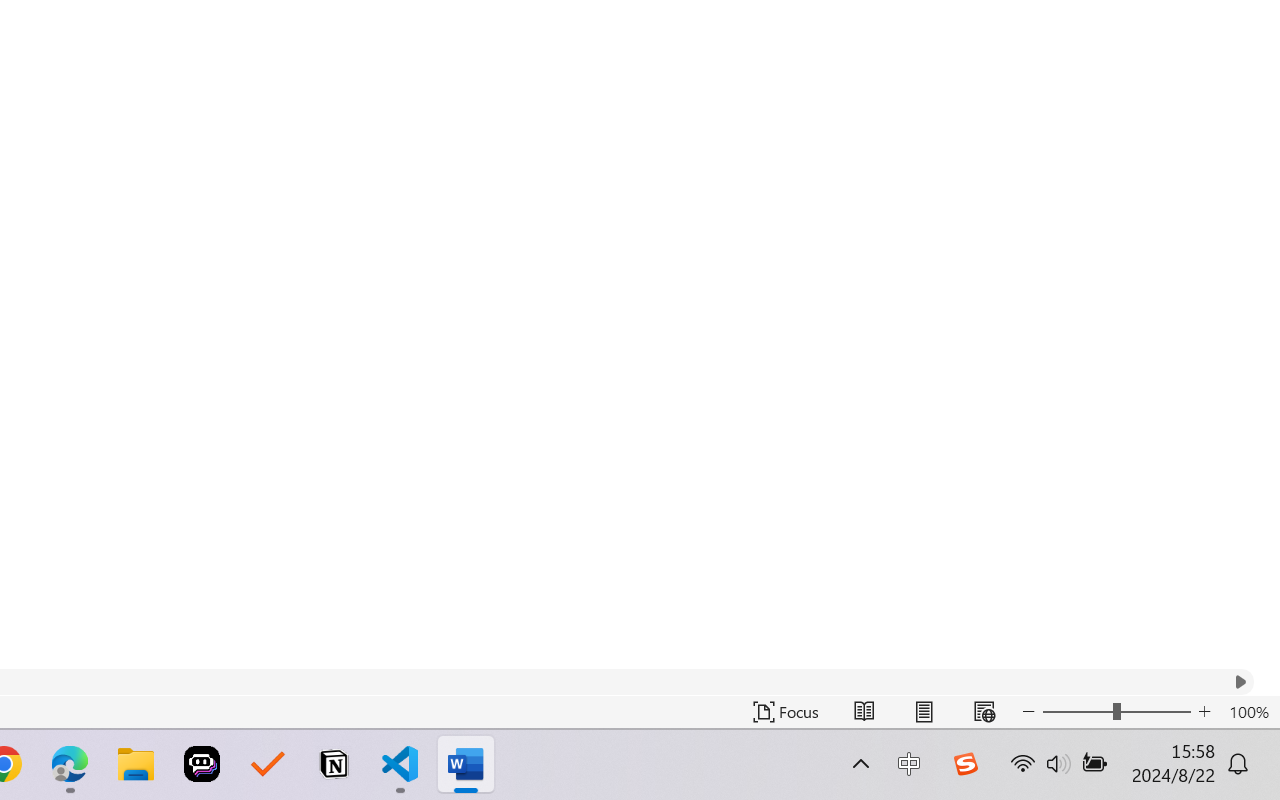 Image resolution: width=1280 pixels, height=800 pixels. Describe the element at coordinates (1239, 682) in the screenshot. I see `'Column right'` at that location.